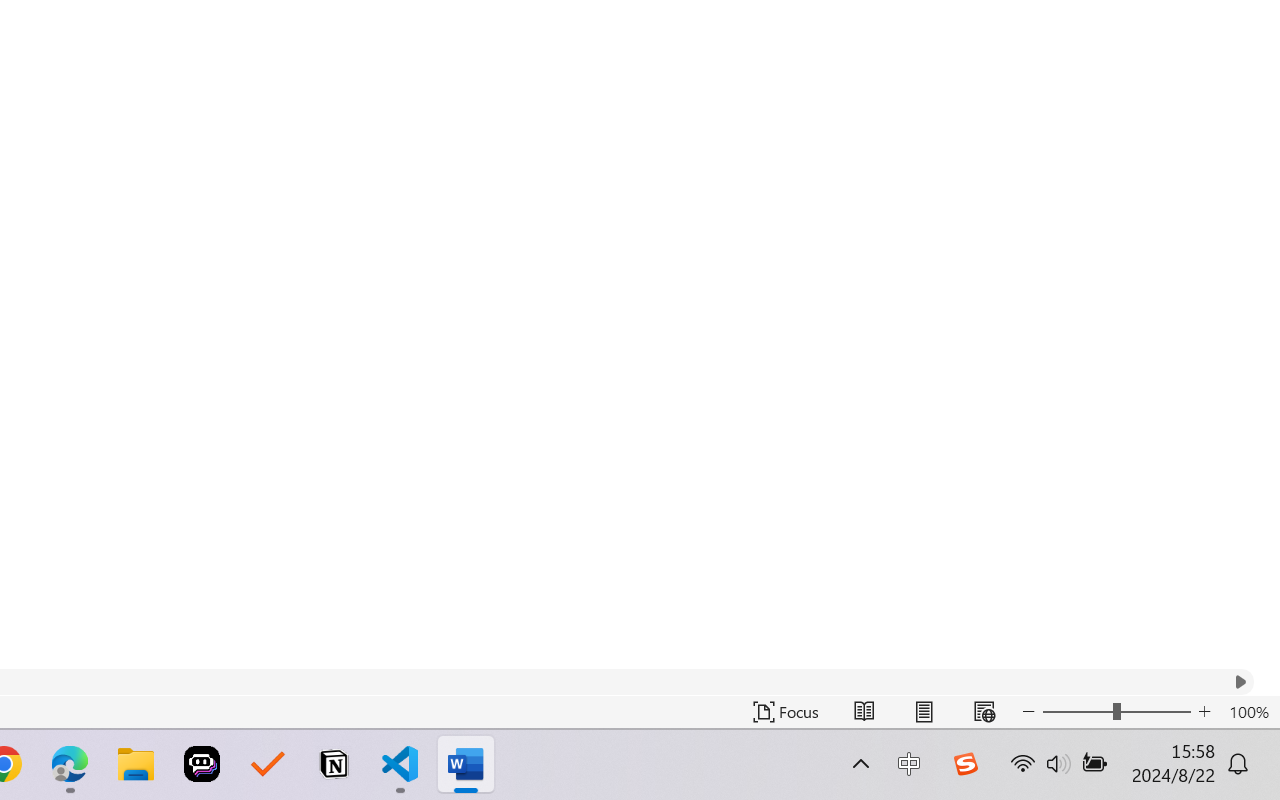 Image resolution: width=1280 pixels, height=800 pixels. Describe the element at coordinates (1239, 682) in the screenshot. I see `'Column right'` at that location.